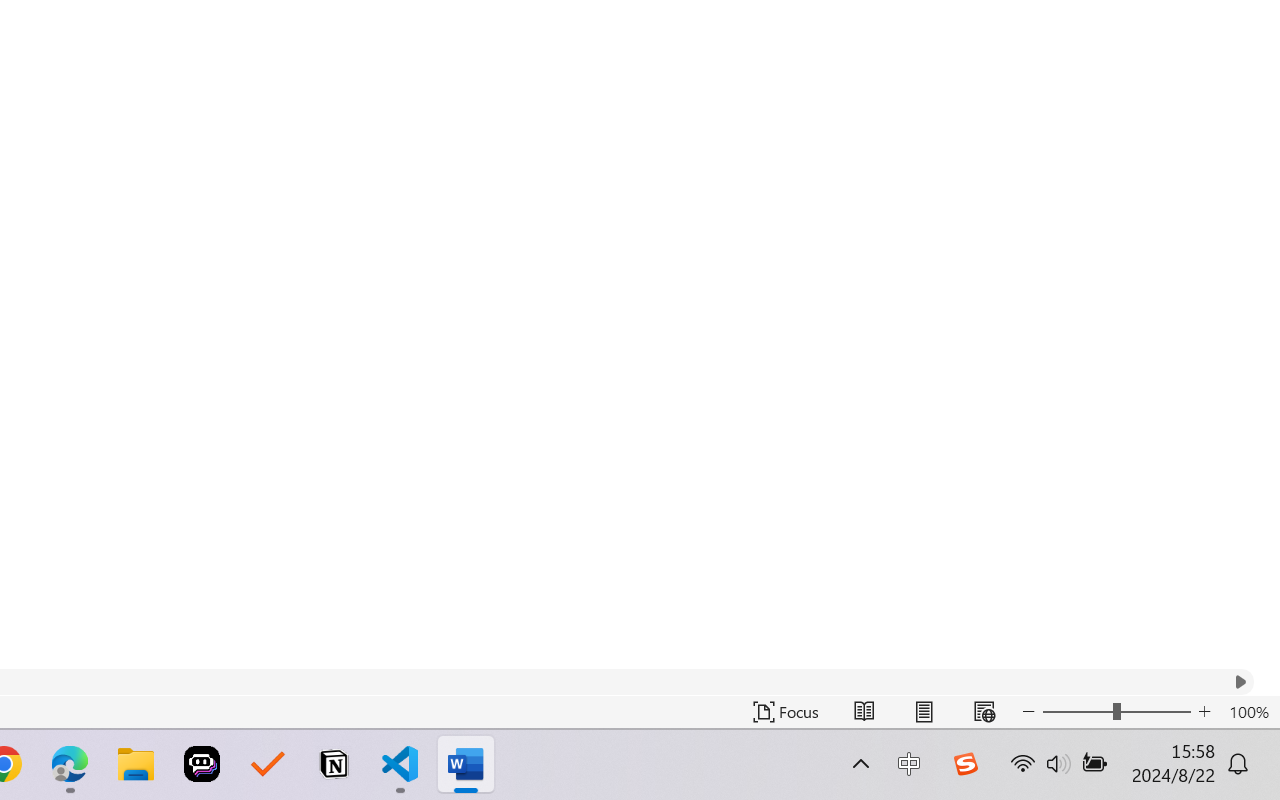 Image resolution: width=1280 pixels, height=800 pixels. Describe the element at coordinates (1239, 682) in the screenshot. I see `'Column right'` at that location.